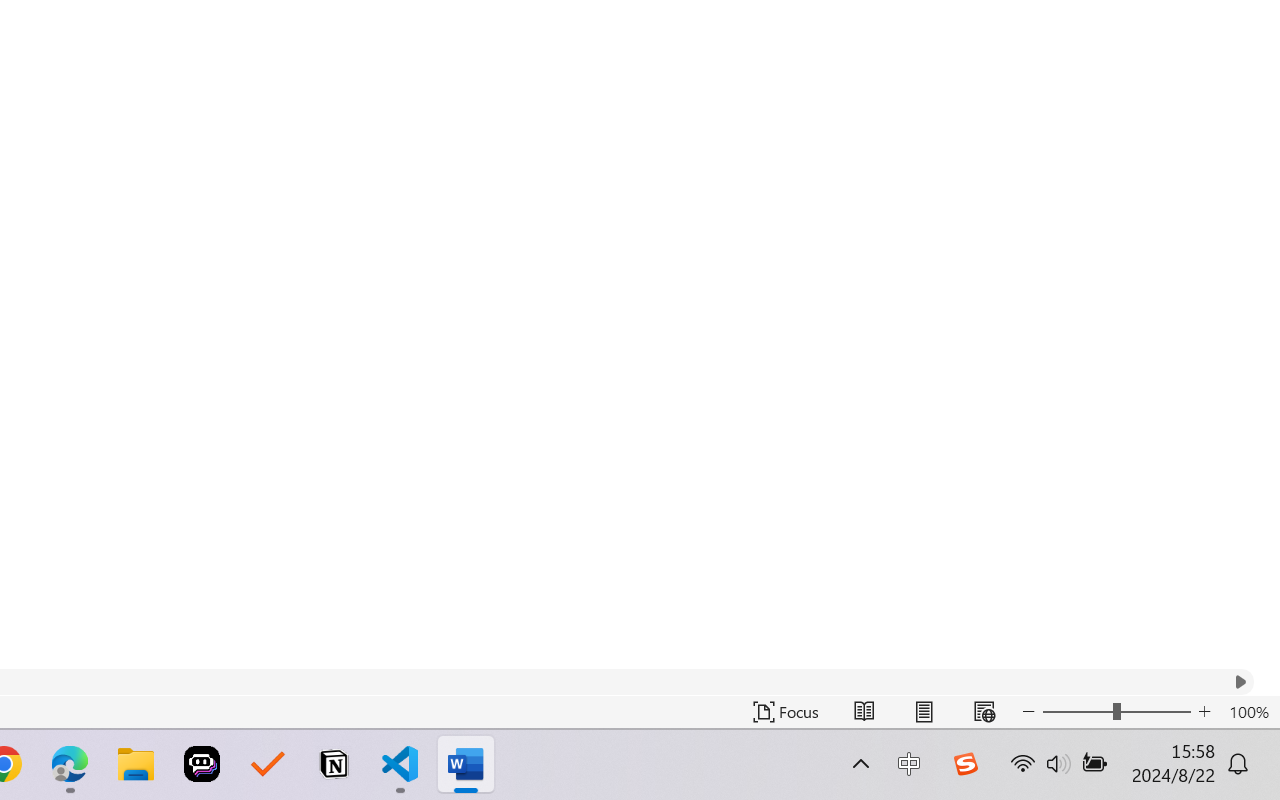 Image resolution: width=1280 pixels, height=800 pixels. Describe the element at coordinates (1239, 682) in the screenshot. I see `'Column right'` at that location.